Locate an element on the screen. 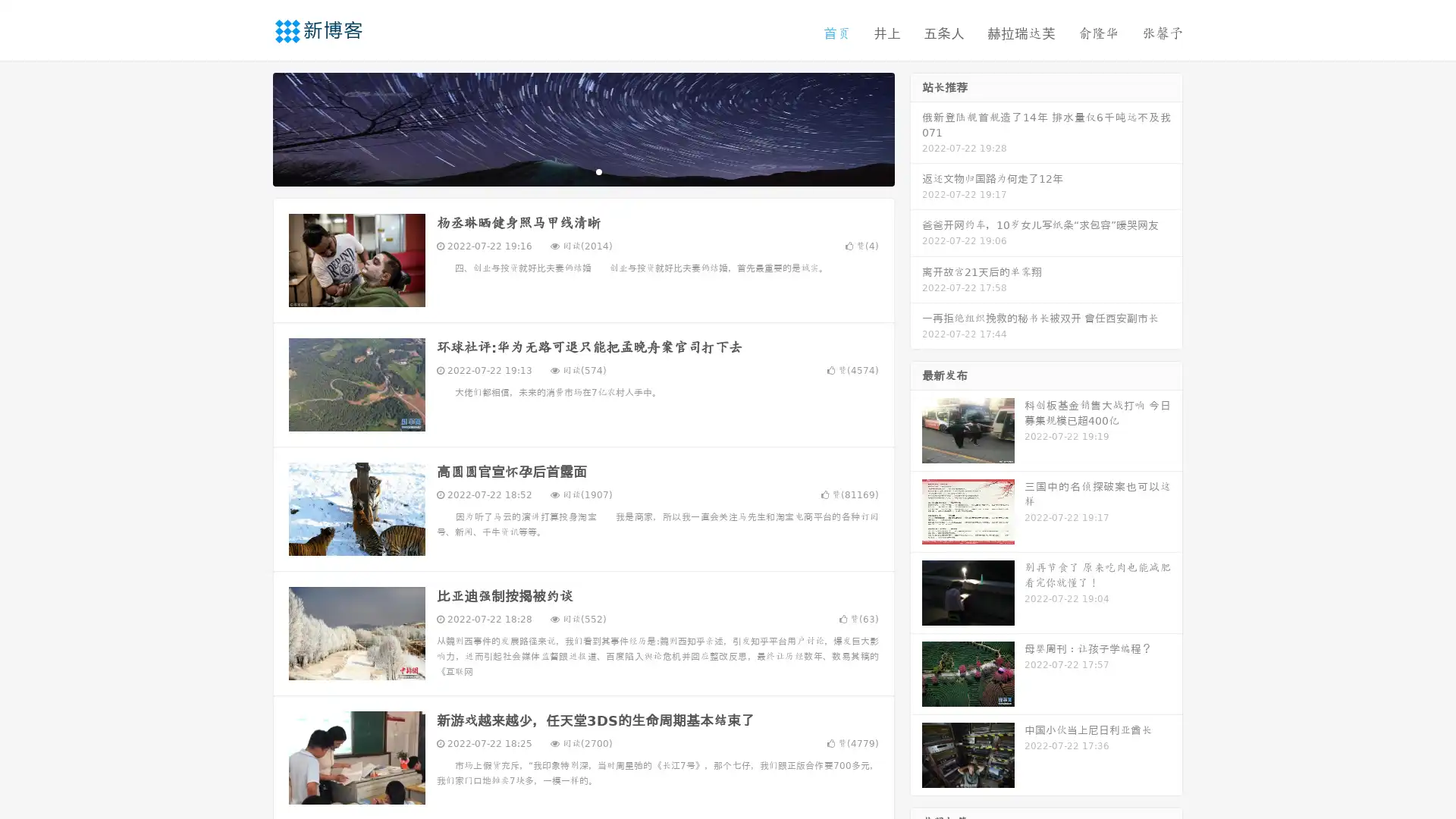  Go to slide 1 is located at coordinates (567, 171).